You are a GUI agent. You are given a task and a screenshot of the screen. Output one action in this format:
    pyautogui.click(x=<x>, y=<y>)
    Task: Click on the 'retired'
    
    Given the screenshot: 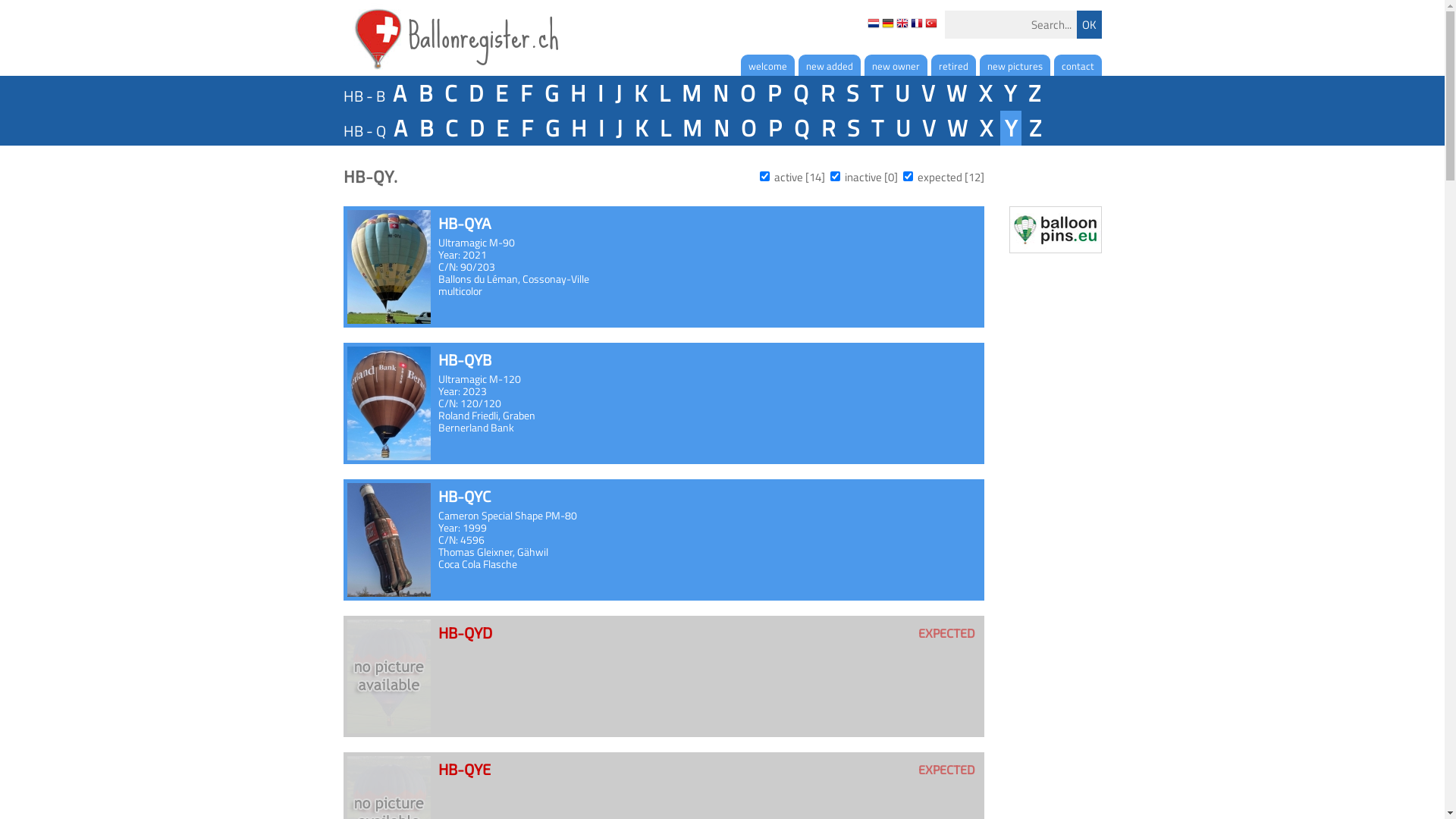 What is the action you would take?
    pyautogui.click(x=952, y=64)
    